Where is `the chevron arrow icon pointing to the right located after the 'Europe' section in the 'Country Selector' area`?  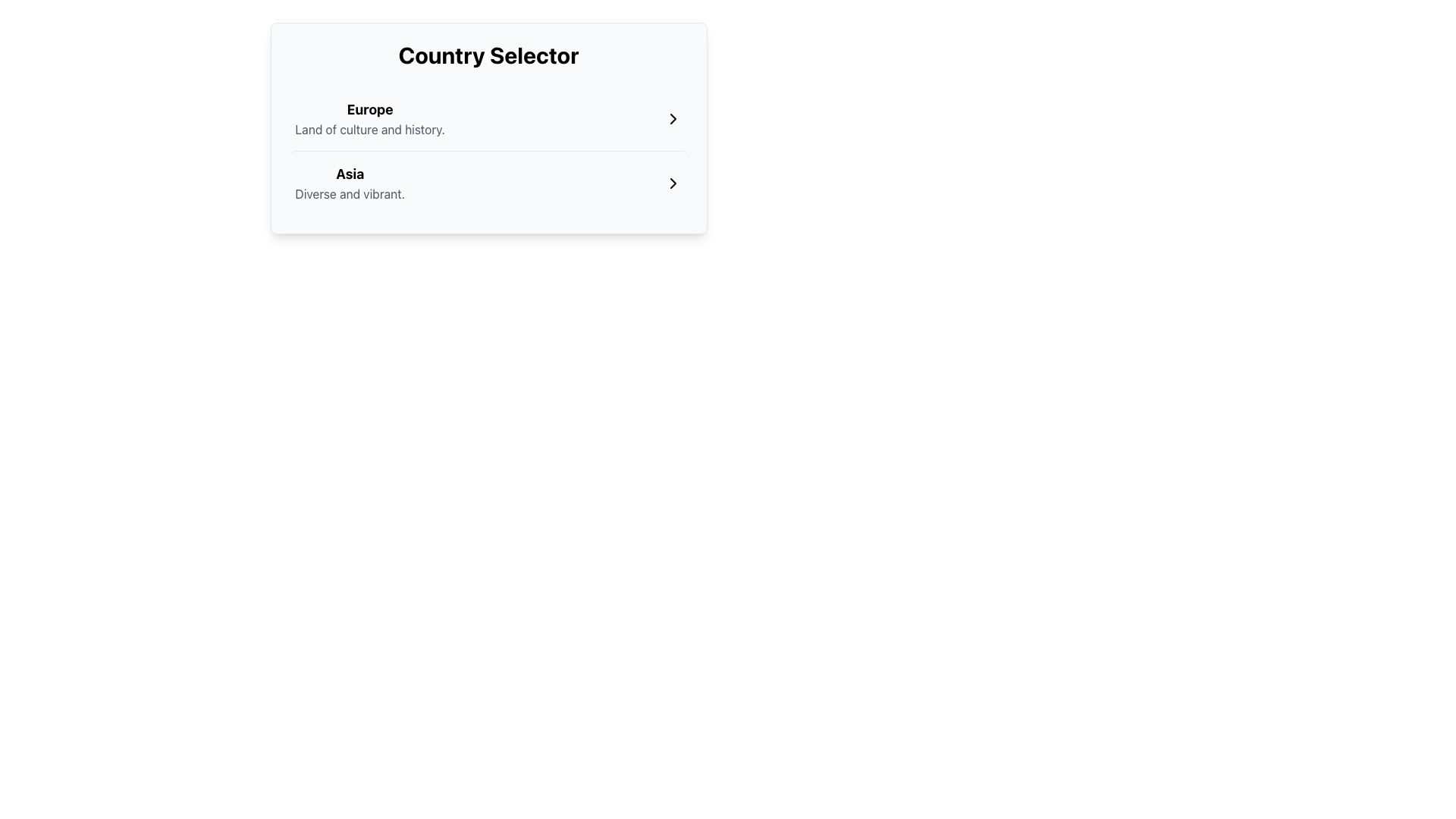
the chevron arrow icon pointing to the right located after the 'Europe' section in the 'Country Selector' area is located at coordinates (672, 118).